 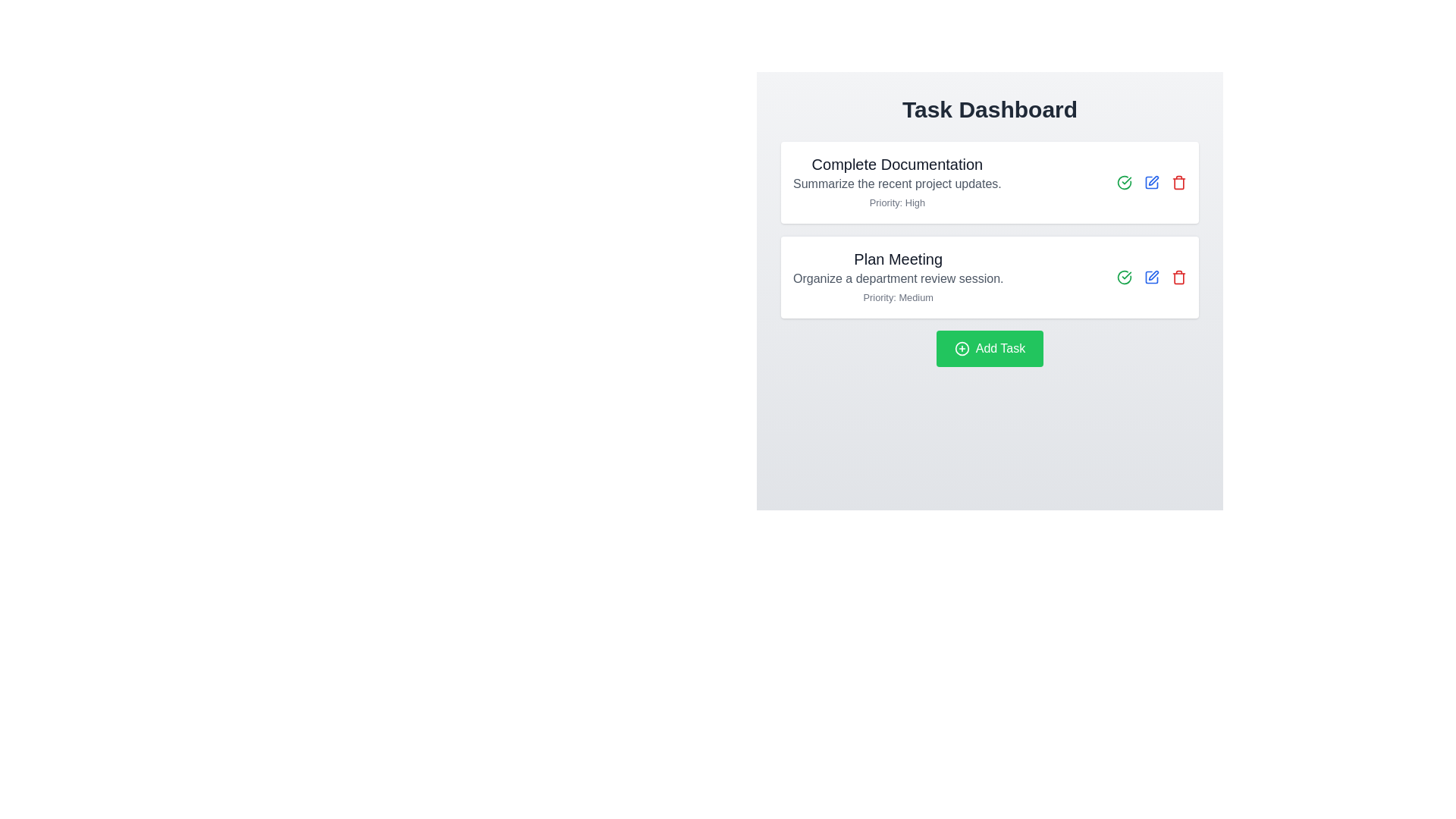 I want to click on the 'Add Task' button, which is a green rectangular button with rounded corners, featuring white text and a plus sign icon, located below two task cards, so click(x=990, y=348).